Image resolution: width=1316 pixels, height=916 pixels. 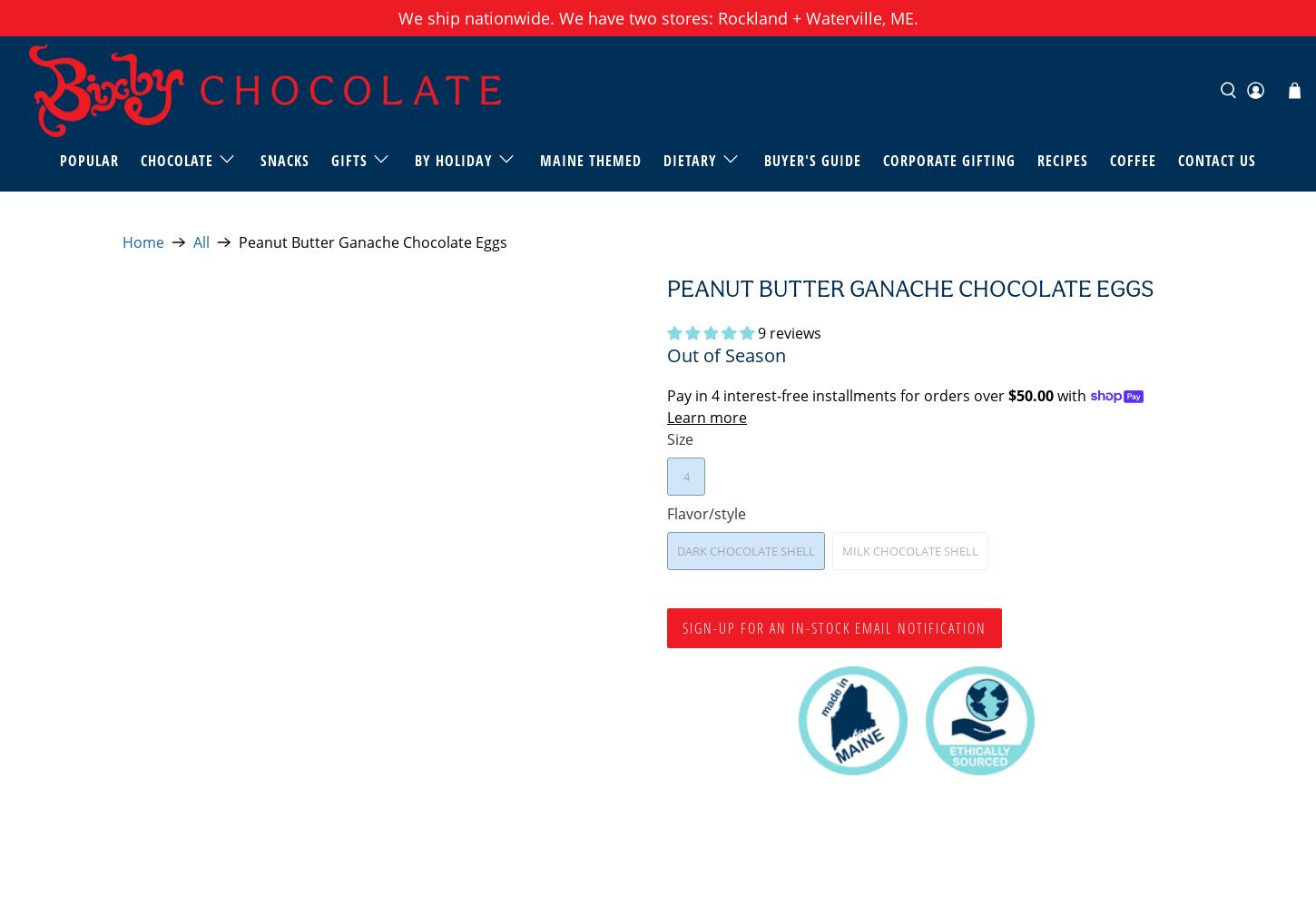 What do you see at coordinates (706, 513) in the screenshot?
I see `'Flavor/style'` at bounding box center [706, 513].